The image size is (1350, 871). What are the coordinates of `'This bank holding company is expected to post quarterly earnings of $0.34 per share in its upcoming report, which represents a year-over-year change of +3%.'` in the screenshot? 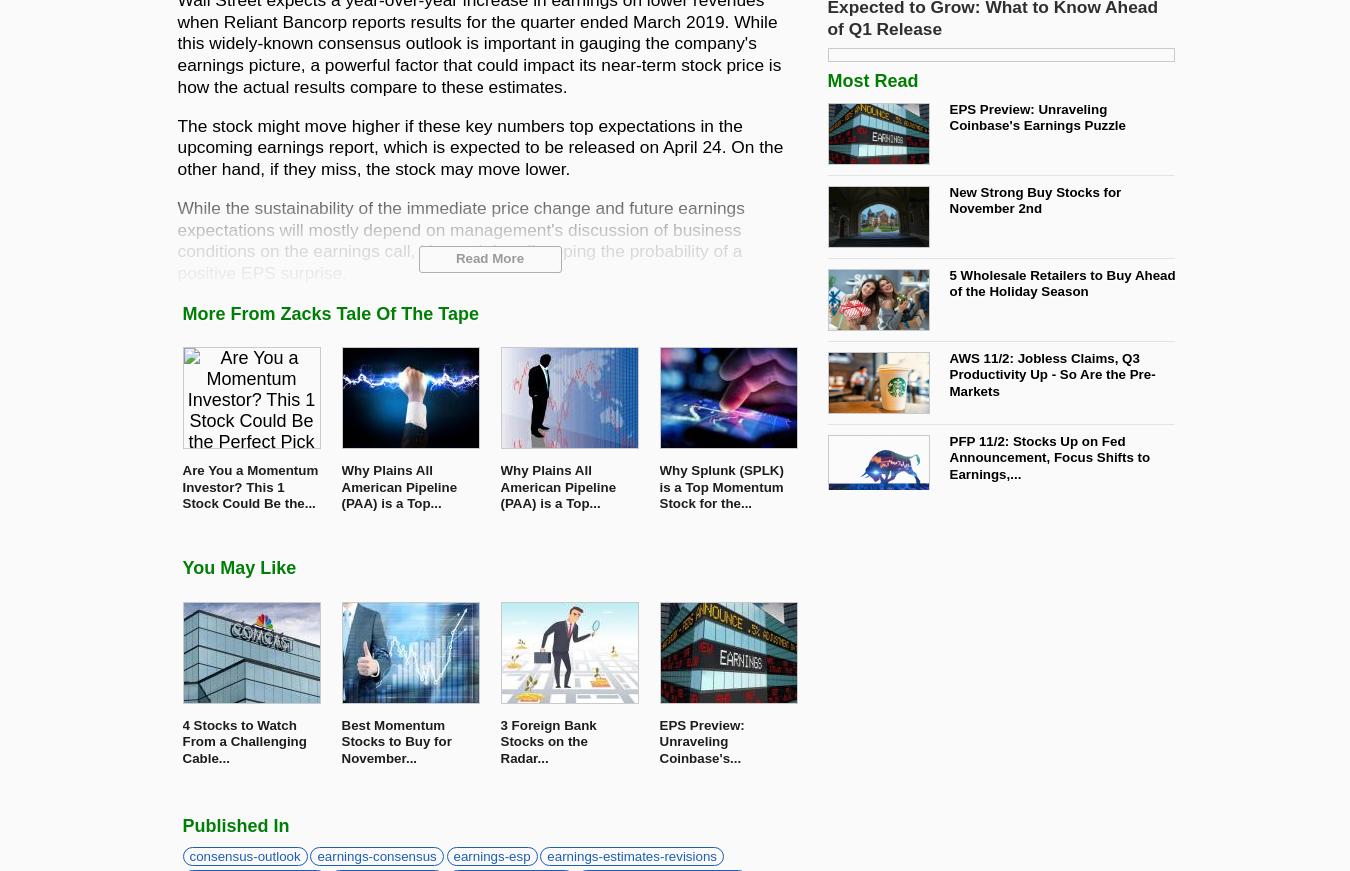 It's located at (482, 360).